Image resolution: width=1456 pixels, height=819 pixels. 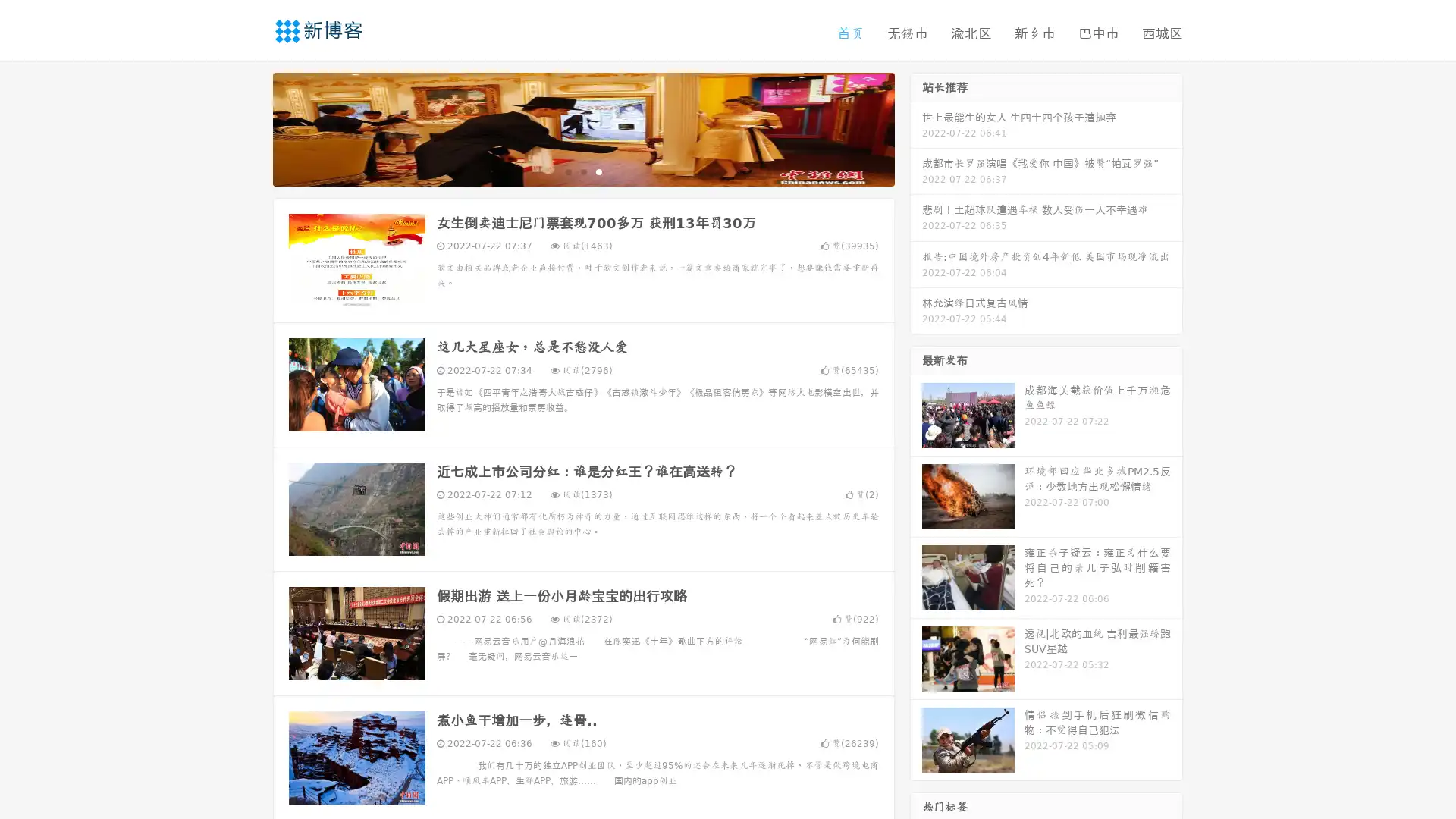 What do you see at coordinates (567, 171) in the screenshot?
I see `Go to slide 1` at bounding box center [567, 171].